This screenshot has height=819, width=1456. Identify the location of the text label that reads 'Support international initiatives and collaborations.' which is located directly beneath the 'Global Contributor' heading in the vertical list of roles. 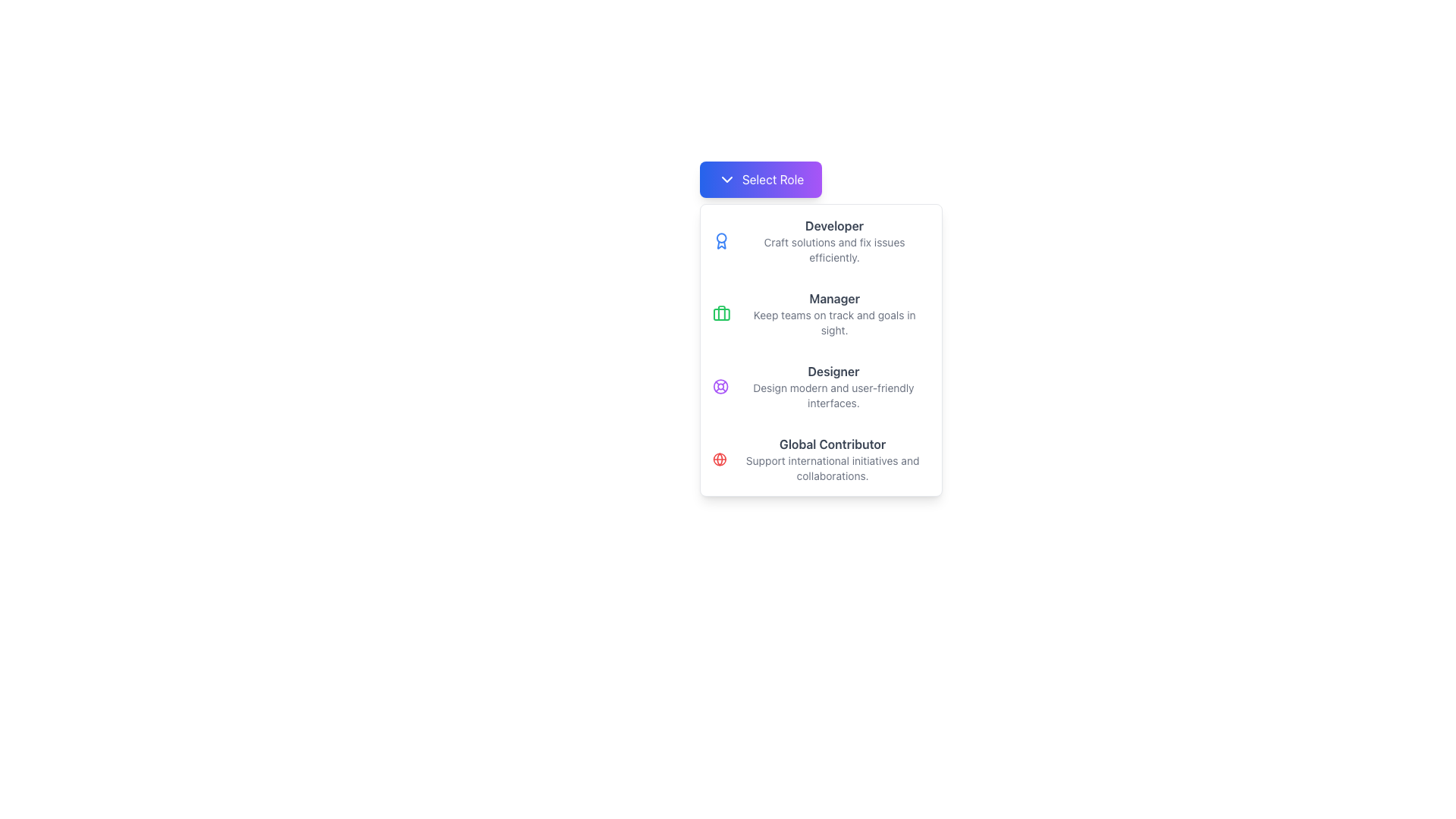
(832, 467).